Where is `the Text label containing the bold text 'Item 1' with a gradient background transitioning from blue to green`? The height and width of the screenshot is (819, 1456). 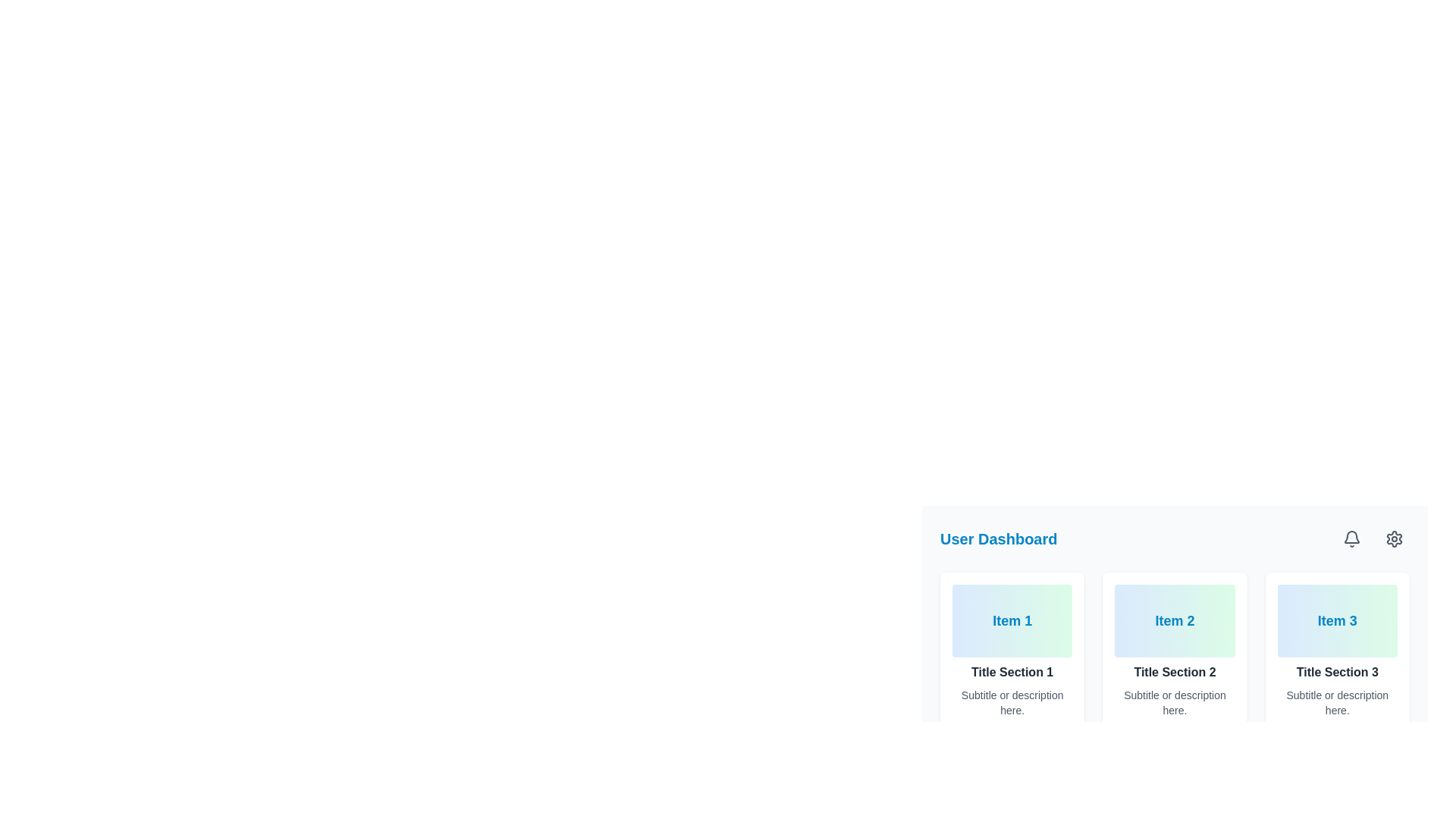 the Text label containing the bold text 'Item 1' with a gradient background transitioning from blue to green is located at coordinates (1012, 620).